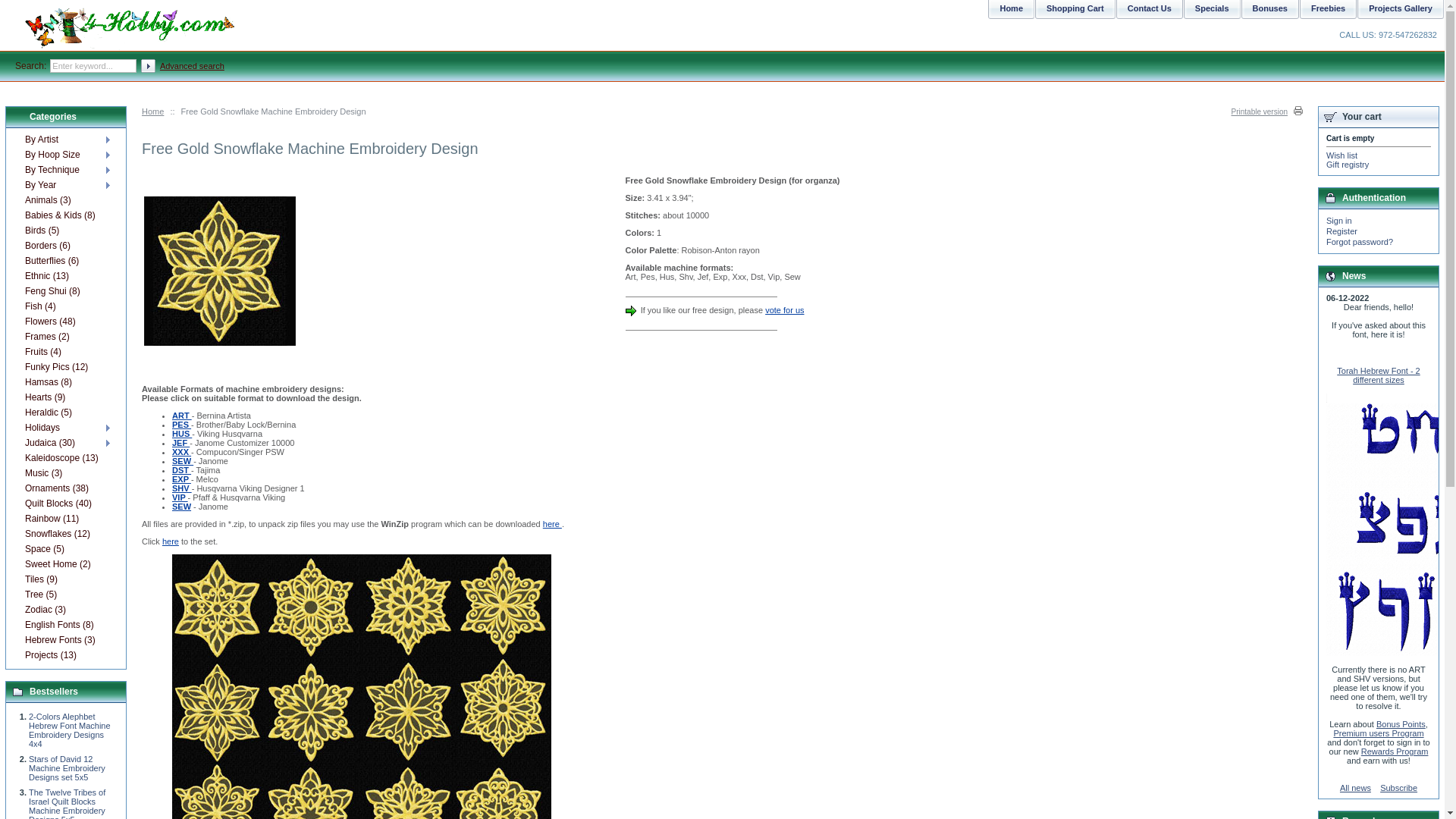  What do you see at coordinates (1266, 111) in the screenshot?
I see `'Printable version'` at bounding box center [1266, 111].